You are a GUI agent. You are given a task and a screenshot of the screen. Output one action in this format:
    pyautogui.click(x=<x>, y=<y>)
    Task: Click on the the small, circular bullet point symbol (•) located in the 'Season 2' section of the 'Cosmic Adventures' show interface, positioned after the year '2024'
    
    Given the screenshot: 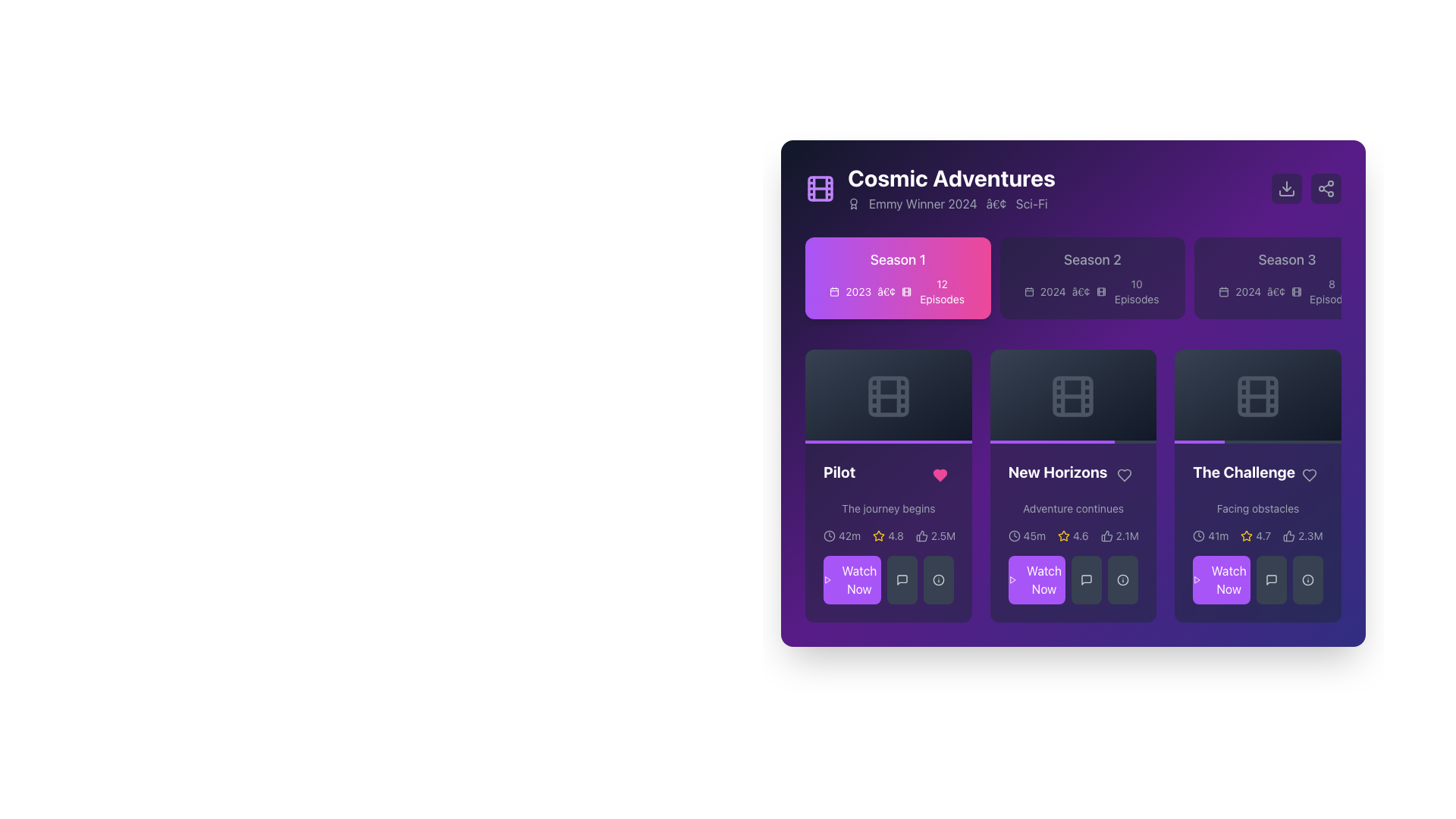 What is the action you would take?
    pyautogui.click(x=1080, y=292)
    